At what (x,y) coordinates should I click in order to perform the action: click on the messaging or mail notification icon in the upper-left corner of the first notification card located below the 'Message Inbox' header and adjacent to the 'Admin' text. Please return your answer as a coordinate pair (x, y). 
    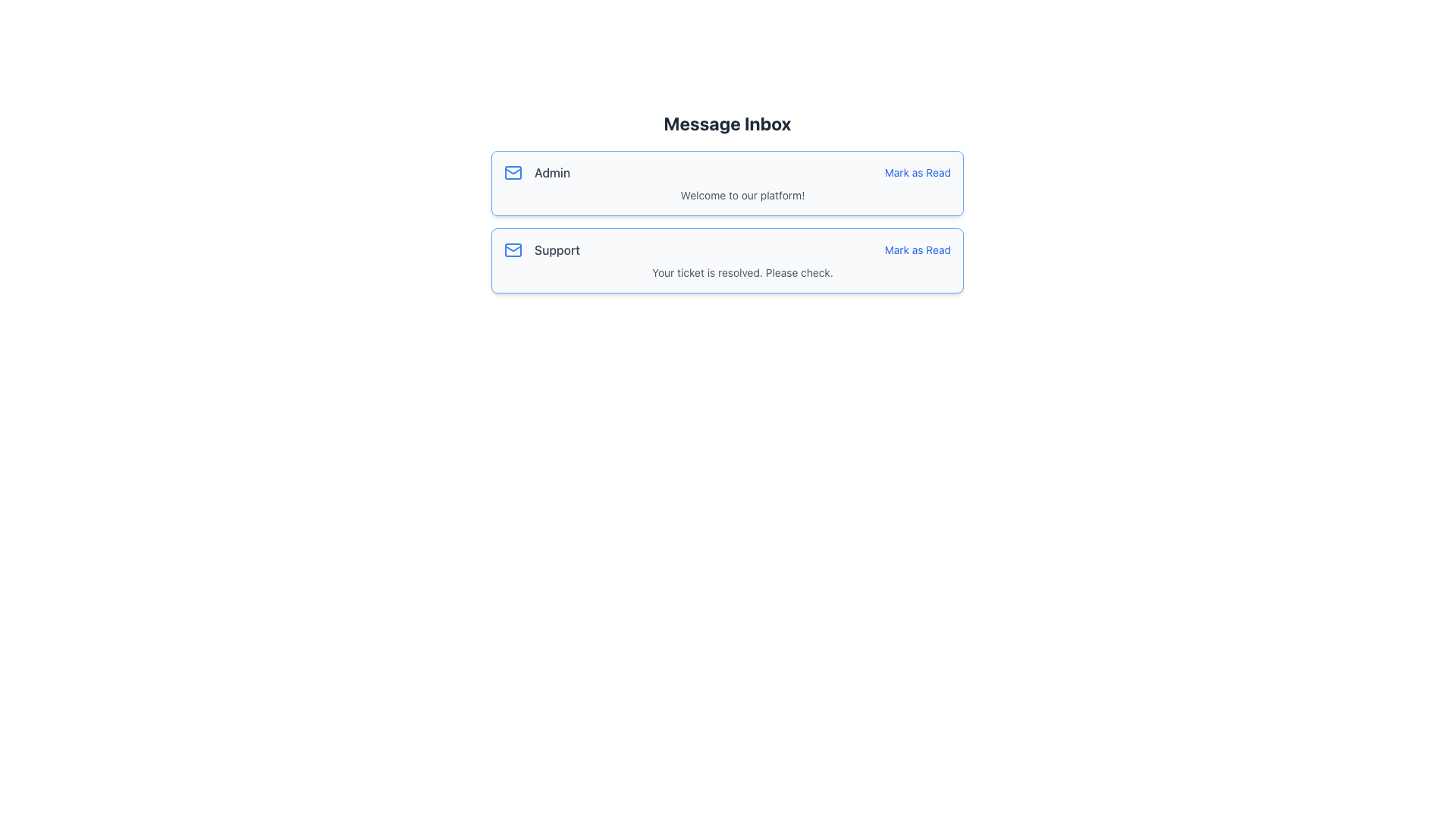
    Looking at the image, I should click on (513, 171).